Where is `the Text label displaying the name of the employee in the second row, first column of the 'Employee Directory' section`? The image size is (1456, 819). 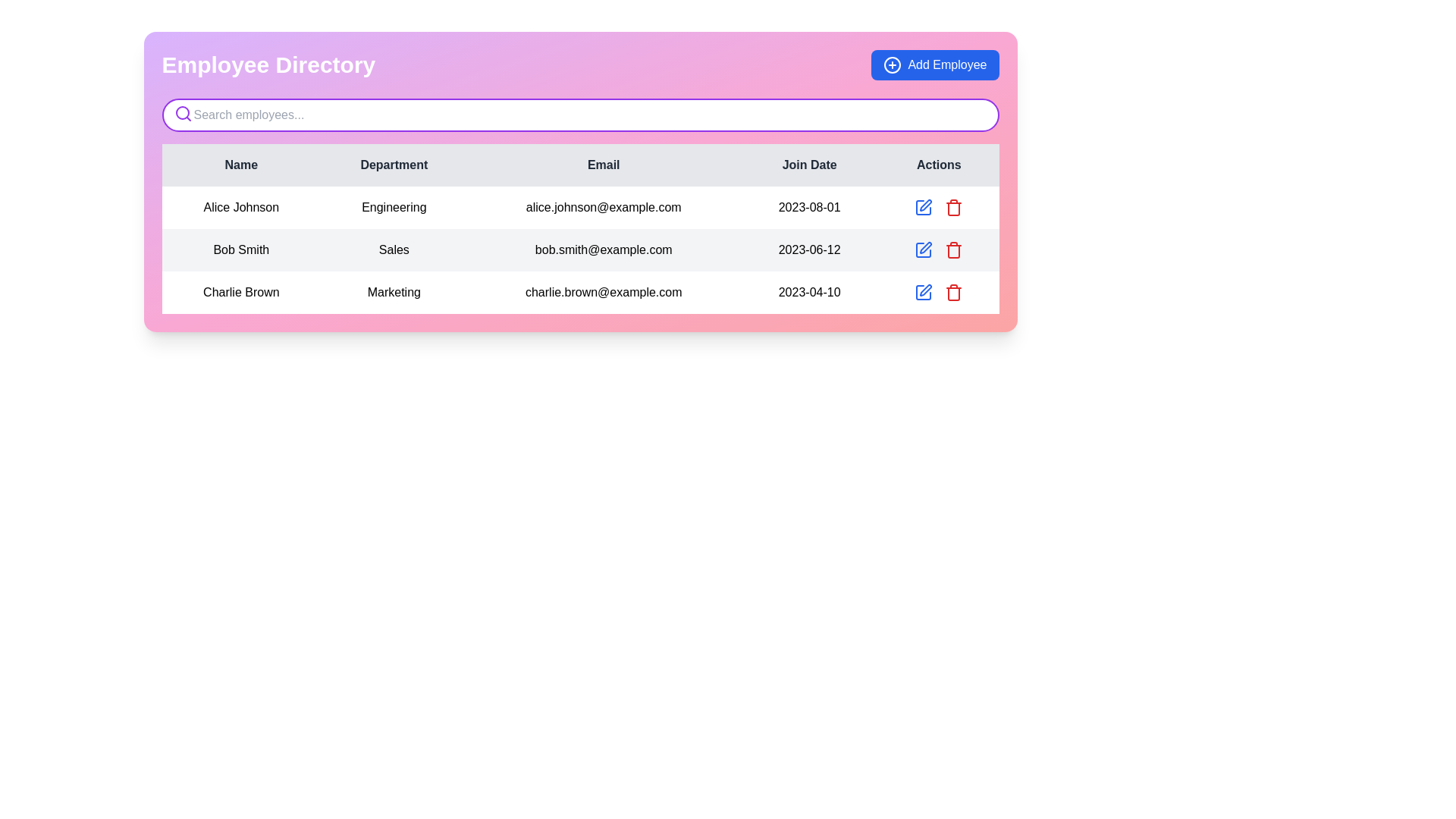 the Text label displaying the name of the employee in the second row, first column of the 'Employee Directory' section is located at coordinates (240, 249).